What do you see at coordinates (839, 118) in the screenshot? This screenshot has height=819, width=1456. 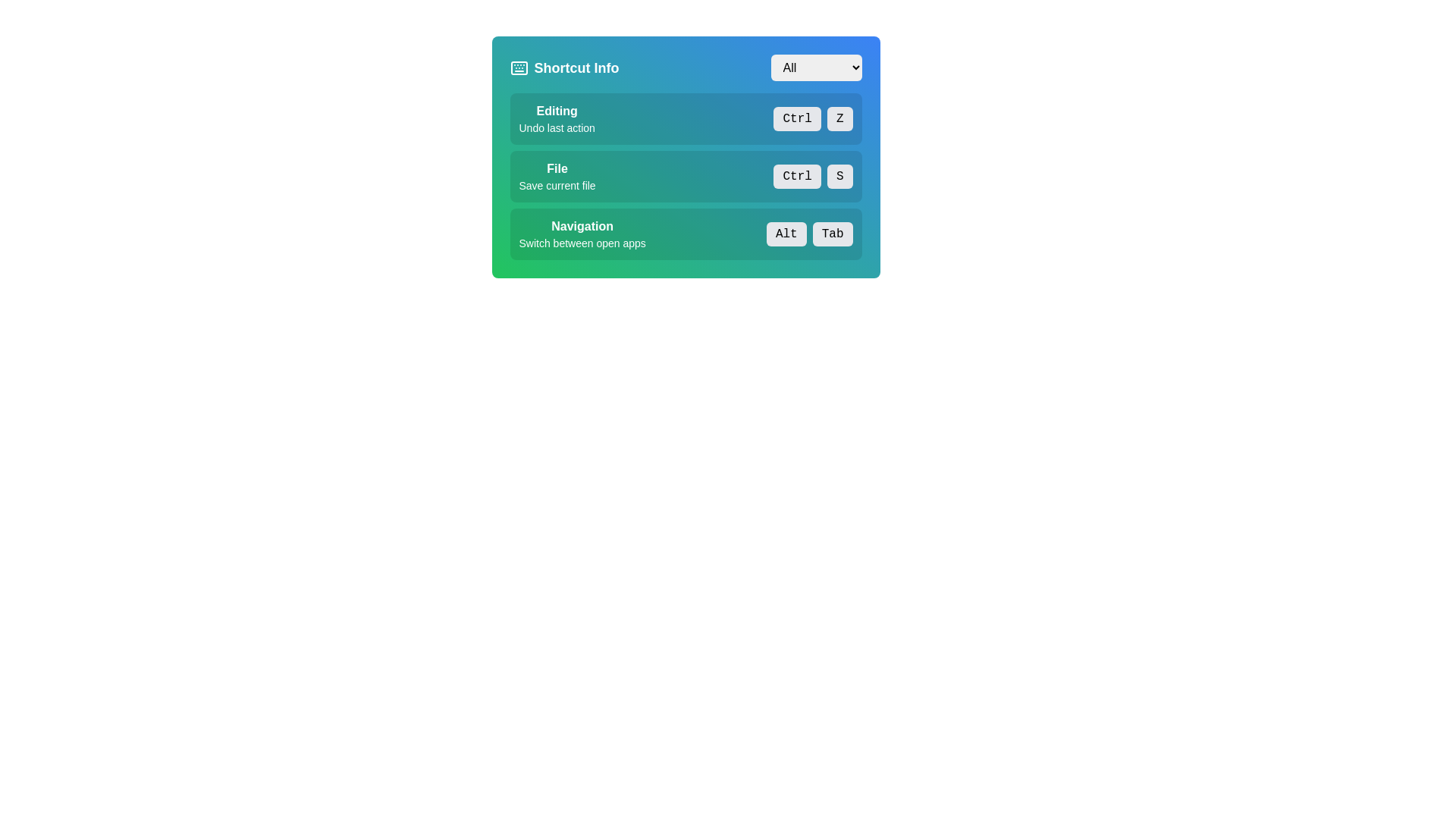 I see `the button labeled 'Z' with a light gray background and black rounded borders, located next to the 'Ctrl' text in the 'Editing' section` at bounding box center [839, 118].